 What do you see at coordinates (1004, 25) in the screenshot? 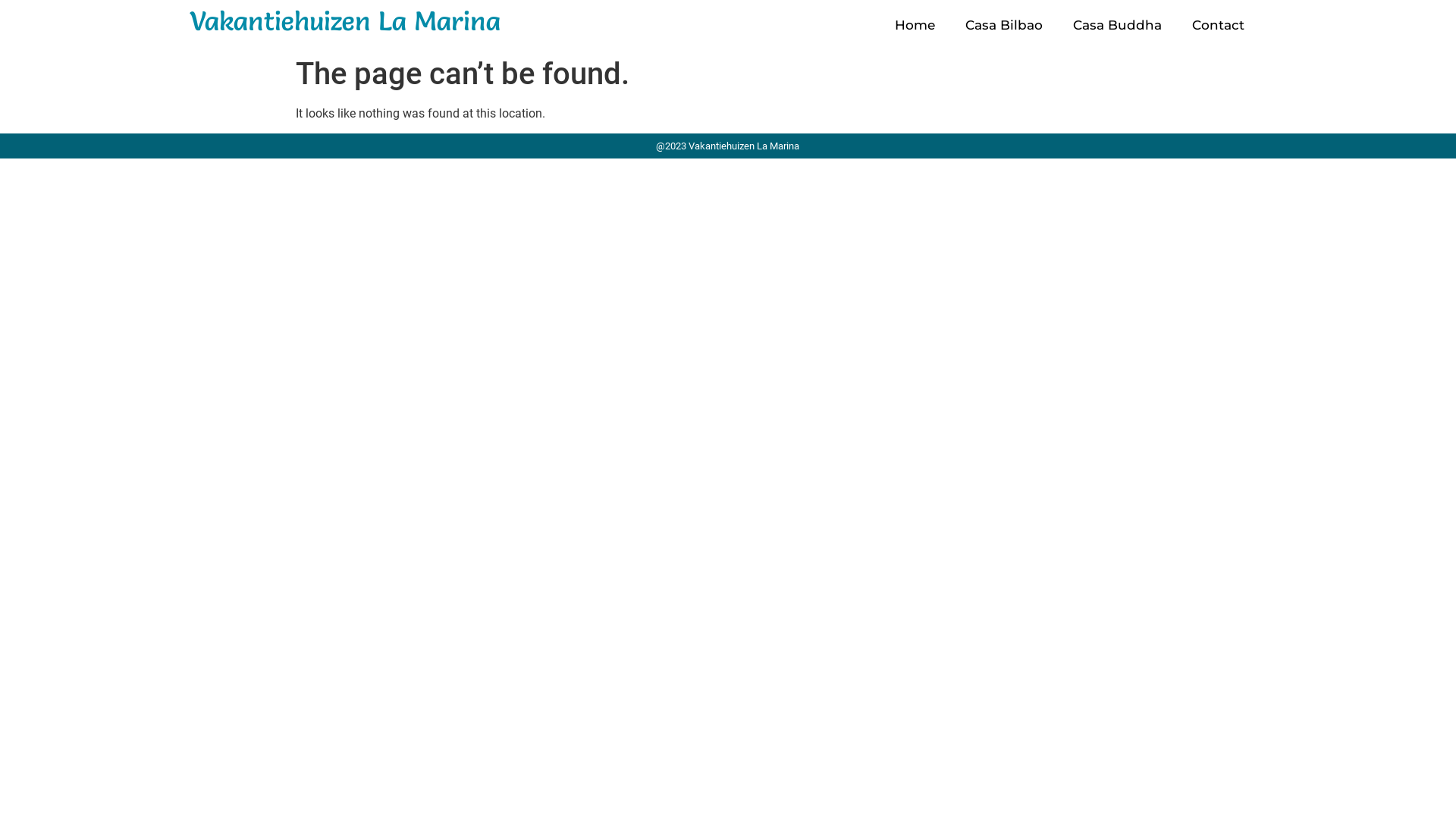
I see `'Casa Bilbao'` at bounding box center [1004, 25].